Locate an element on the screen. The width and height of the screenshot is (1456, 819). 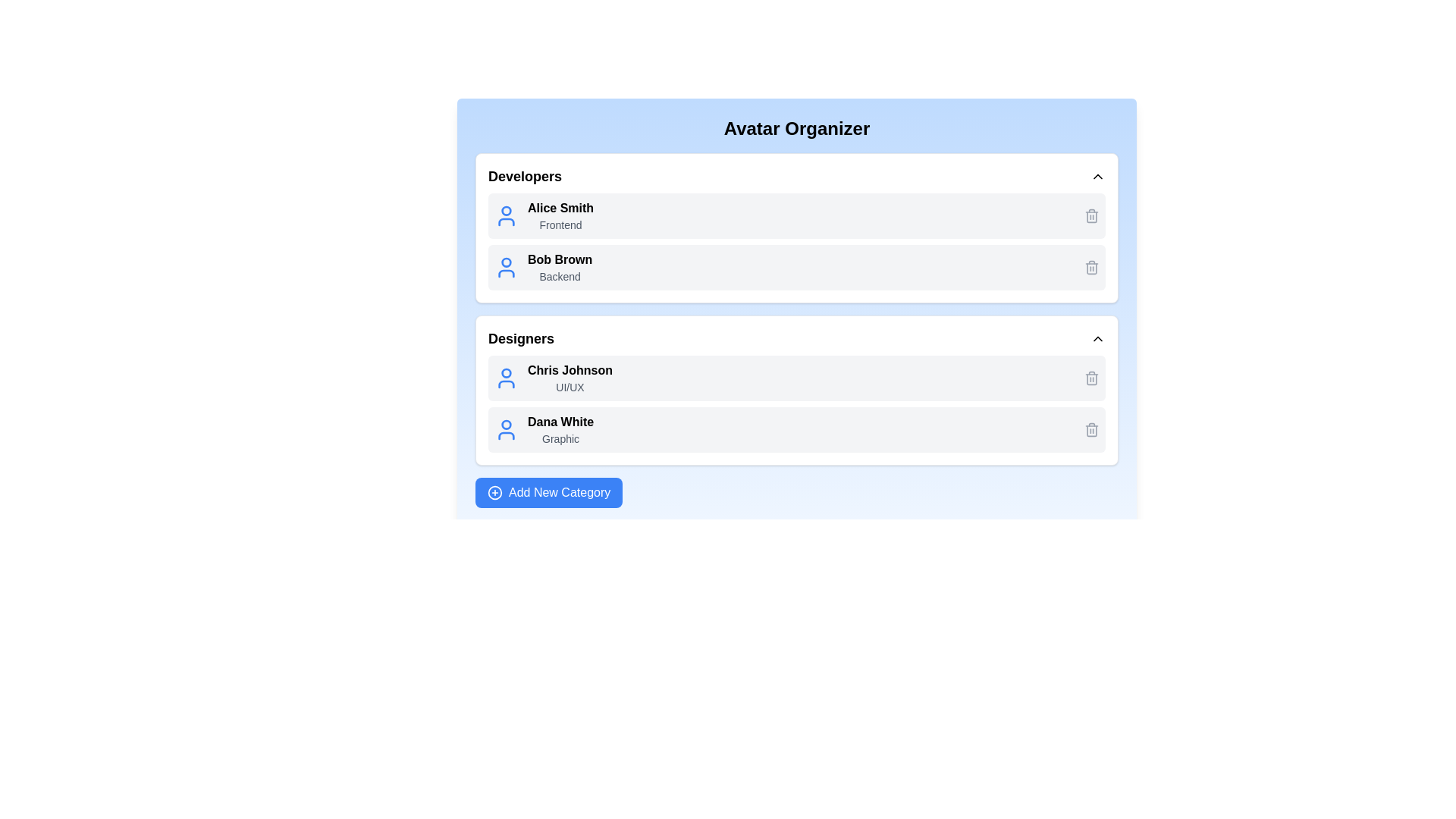
circular head portion of the user icon for 'Bob Brown' located under the 'Developers' header is located at coordinates (506, 262).